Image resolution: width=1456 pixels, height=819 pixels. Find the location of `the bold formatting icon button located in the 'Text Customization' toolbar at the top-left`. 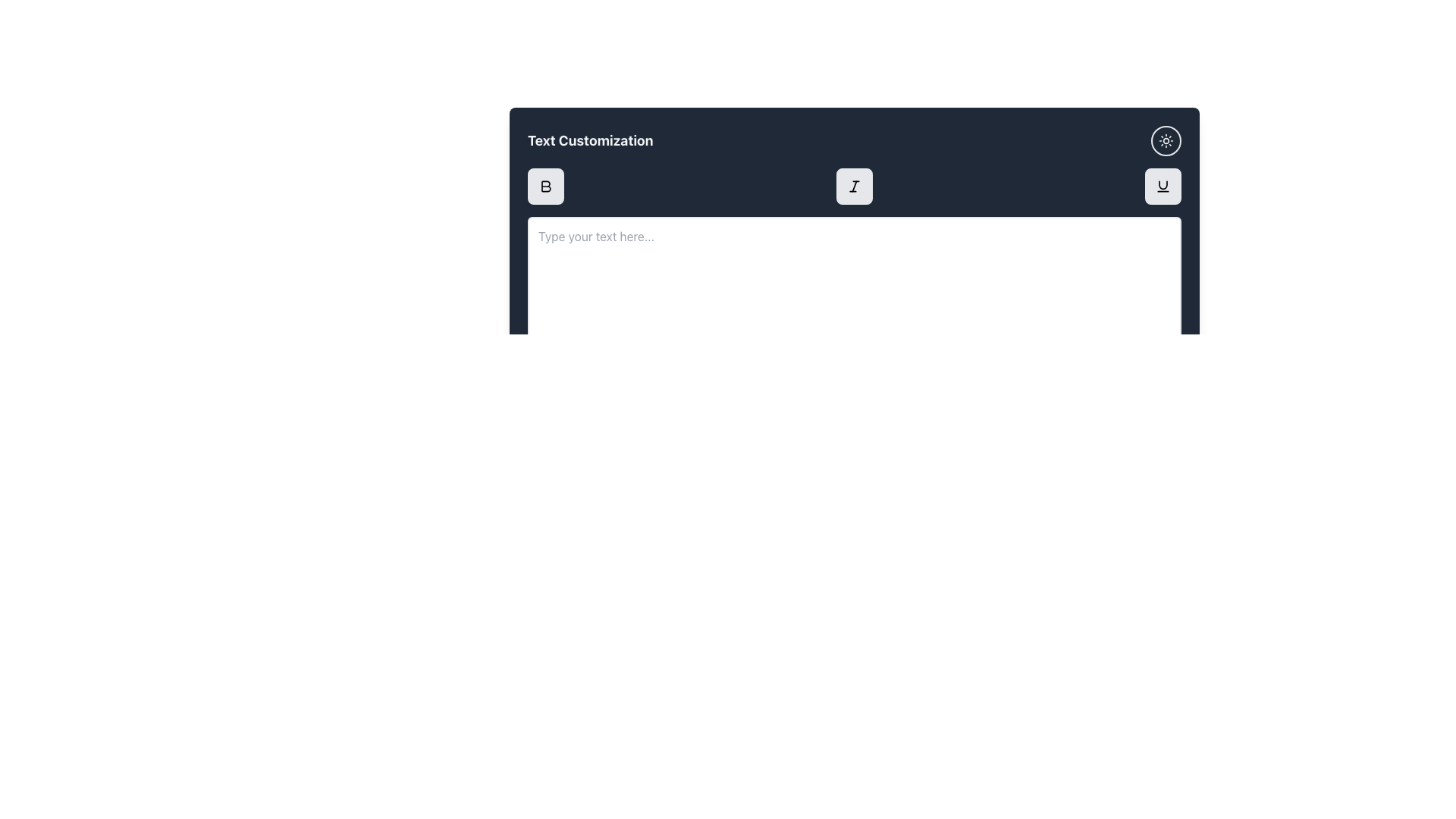

the bold formatting icon button located in the 'Text Customization' toolbar at the top-left is located at coordinates (546, 186).